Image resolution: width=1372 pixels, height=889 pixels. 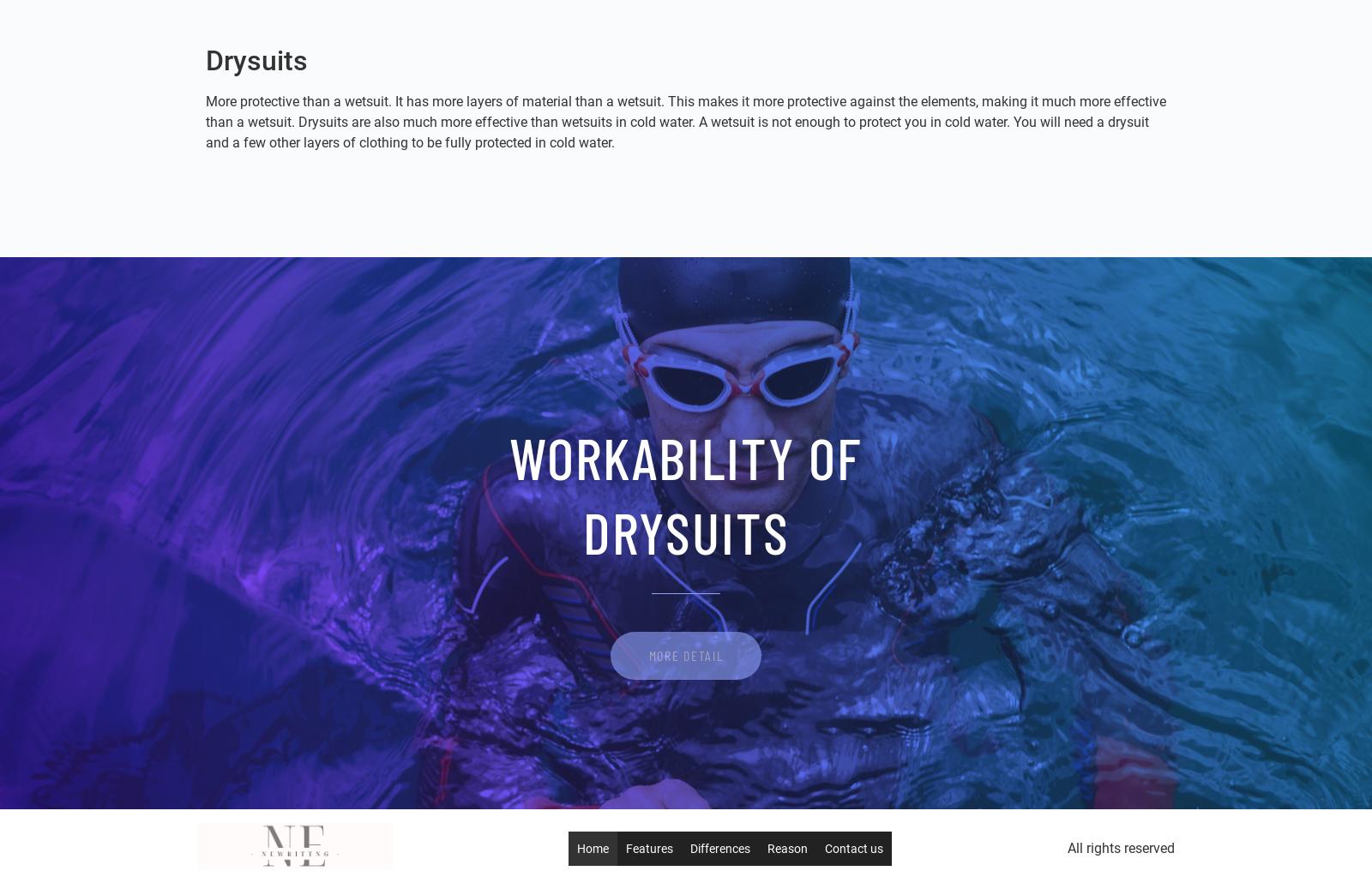 What do you see at coordinates (649, 849) in the screenshot?
I see `'Features'` at bounding box center [649, 849].